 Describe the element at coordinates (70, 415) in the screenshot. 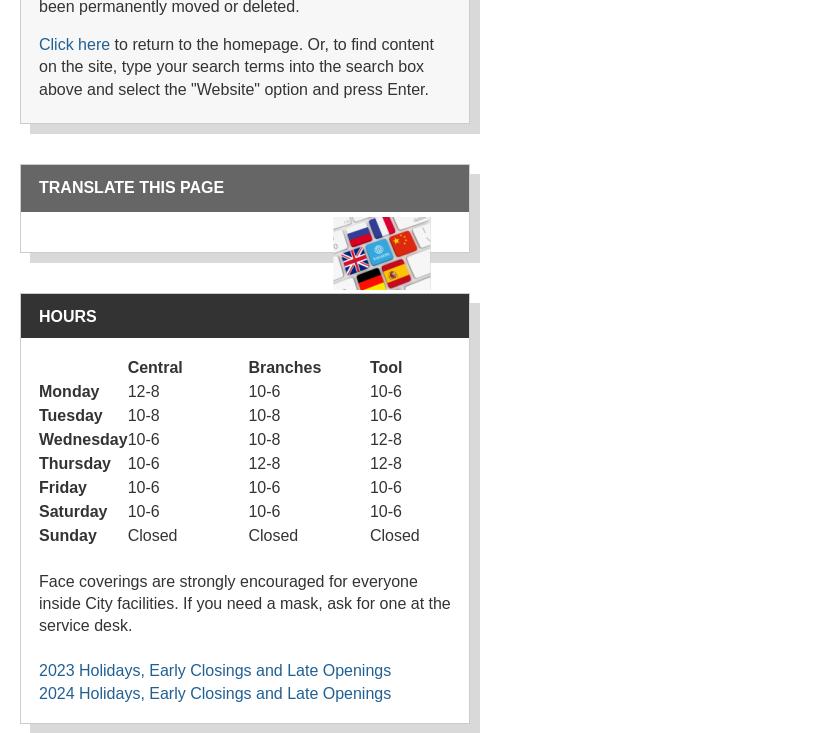

I see `'Tuesday'` at that location.